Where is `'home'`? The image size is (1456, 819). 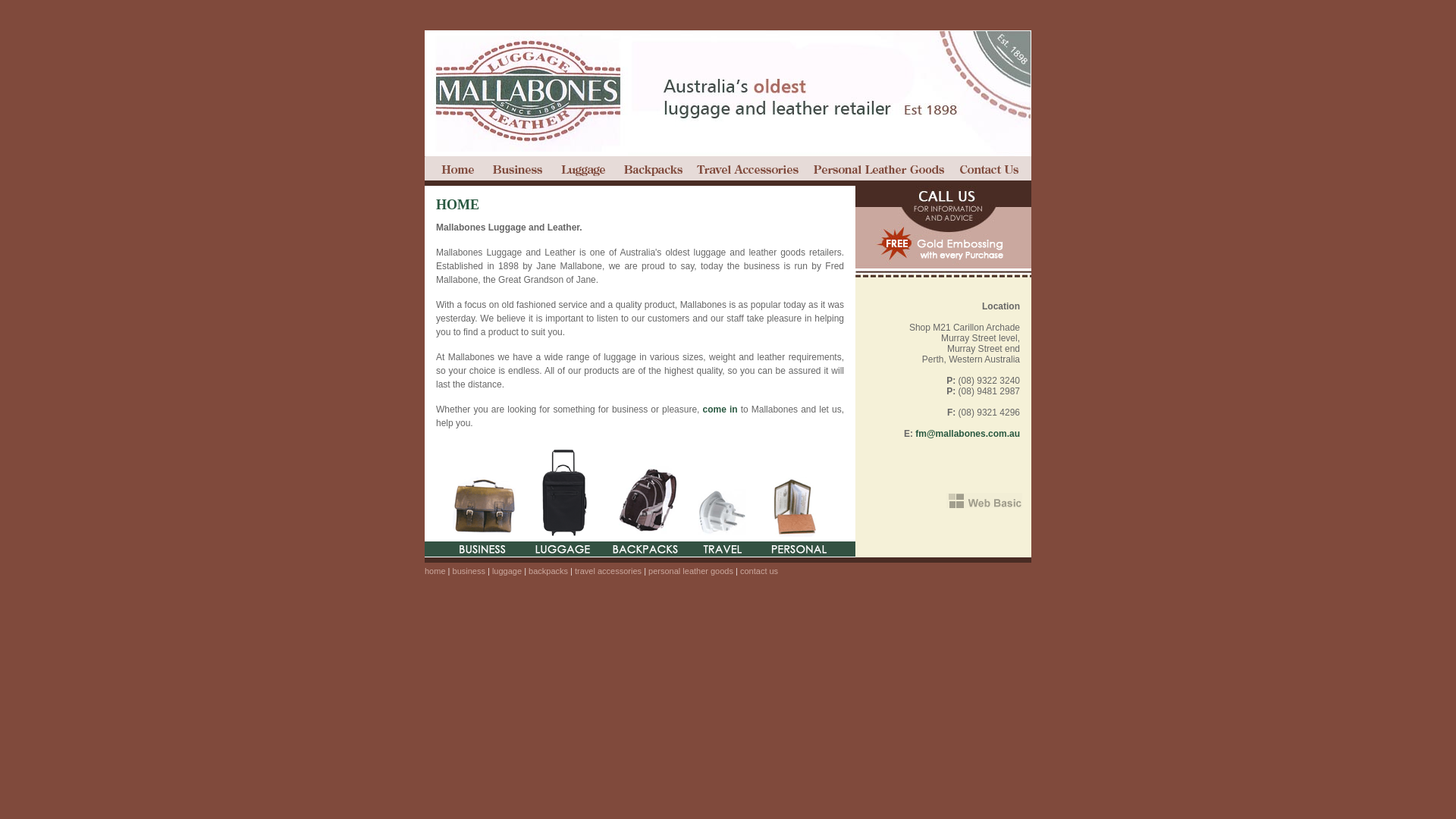
'home' is located at coordinates (454, 171).